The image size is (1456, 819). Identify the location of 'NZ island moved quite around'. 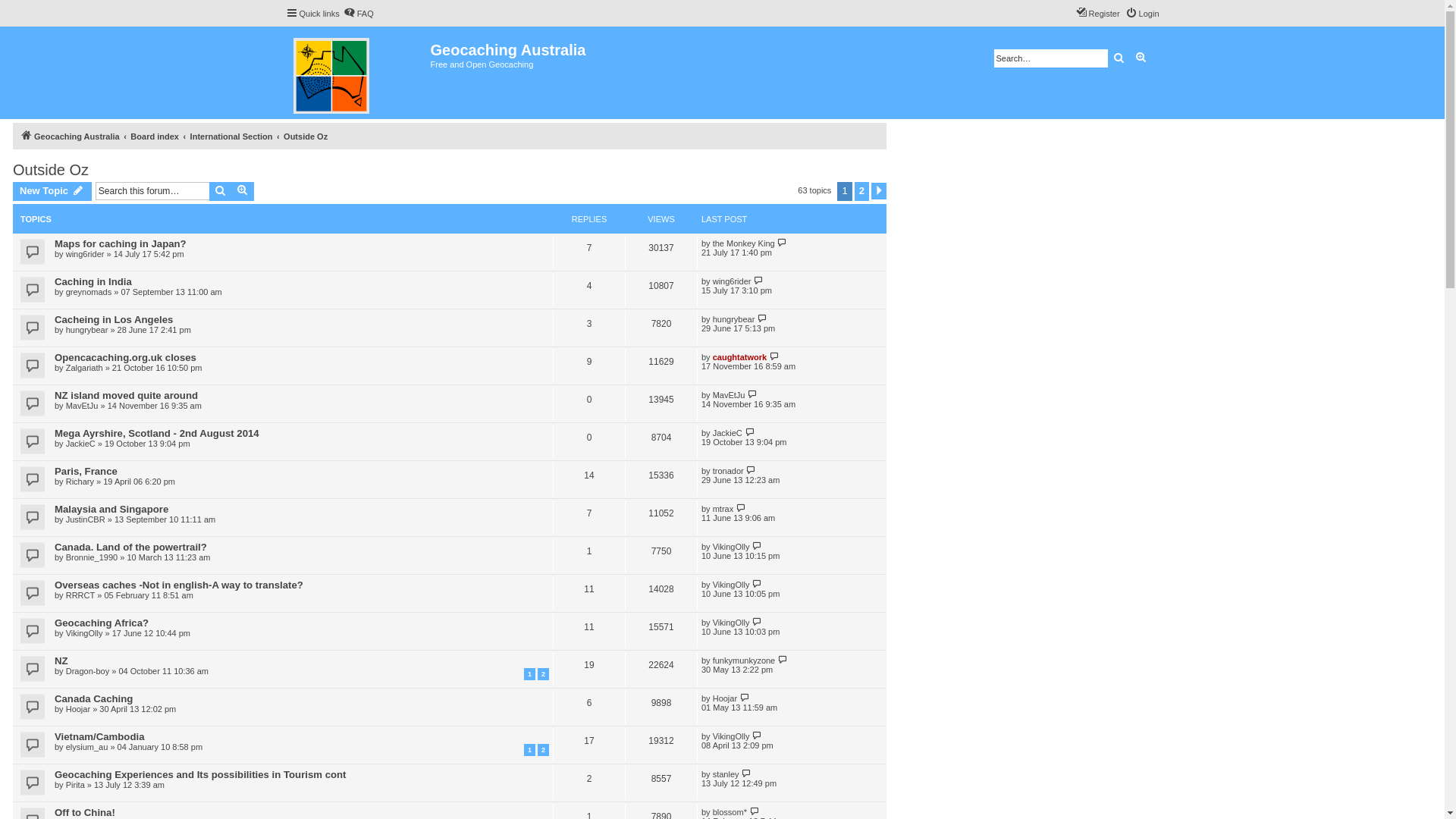
(126, 394).